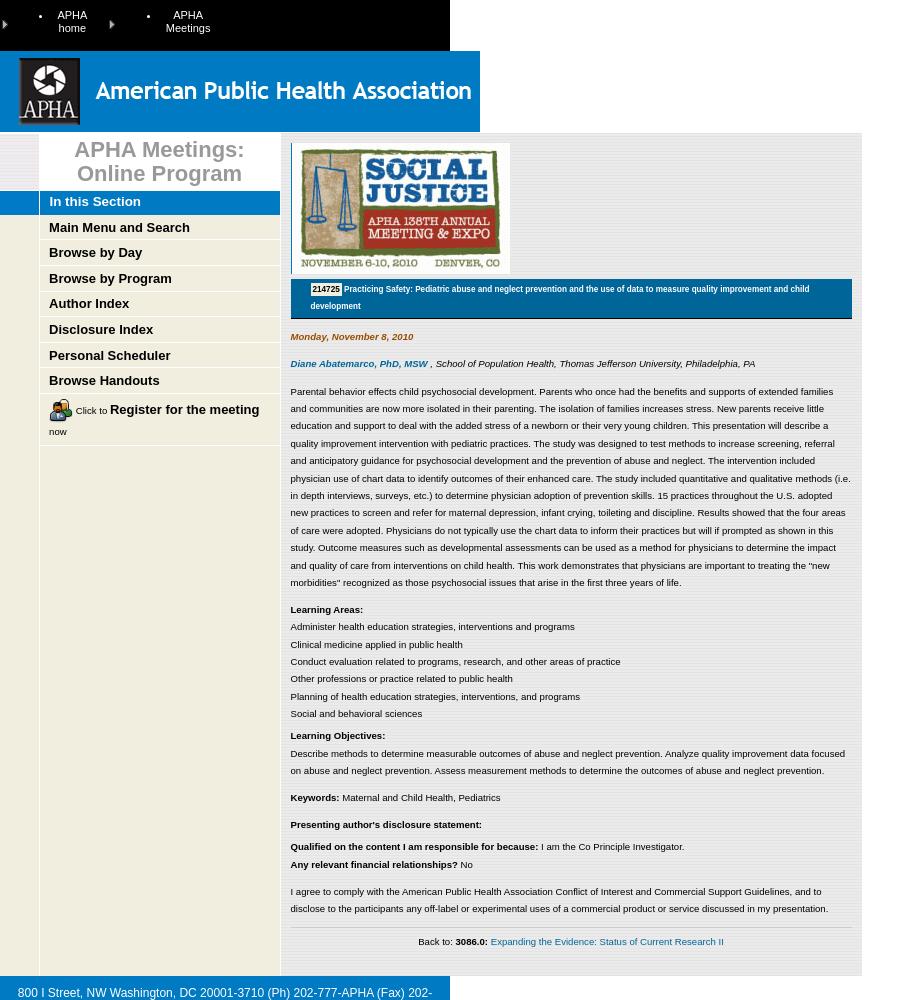 Image resolution: width=901 pixels, height=1000 pixels. Describe the element at coordinates (314, 797) in the screenshot. I see `'Keywords:'` at that location.